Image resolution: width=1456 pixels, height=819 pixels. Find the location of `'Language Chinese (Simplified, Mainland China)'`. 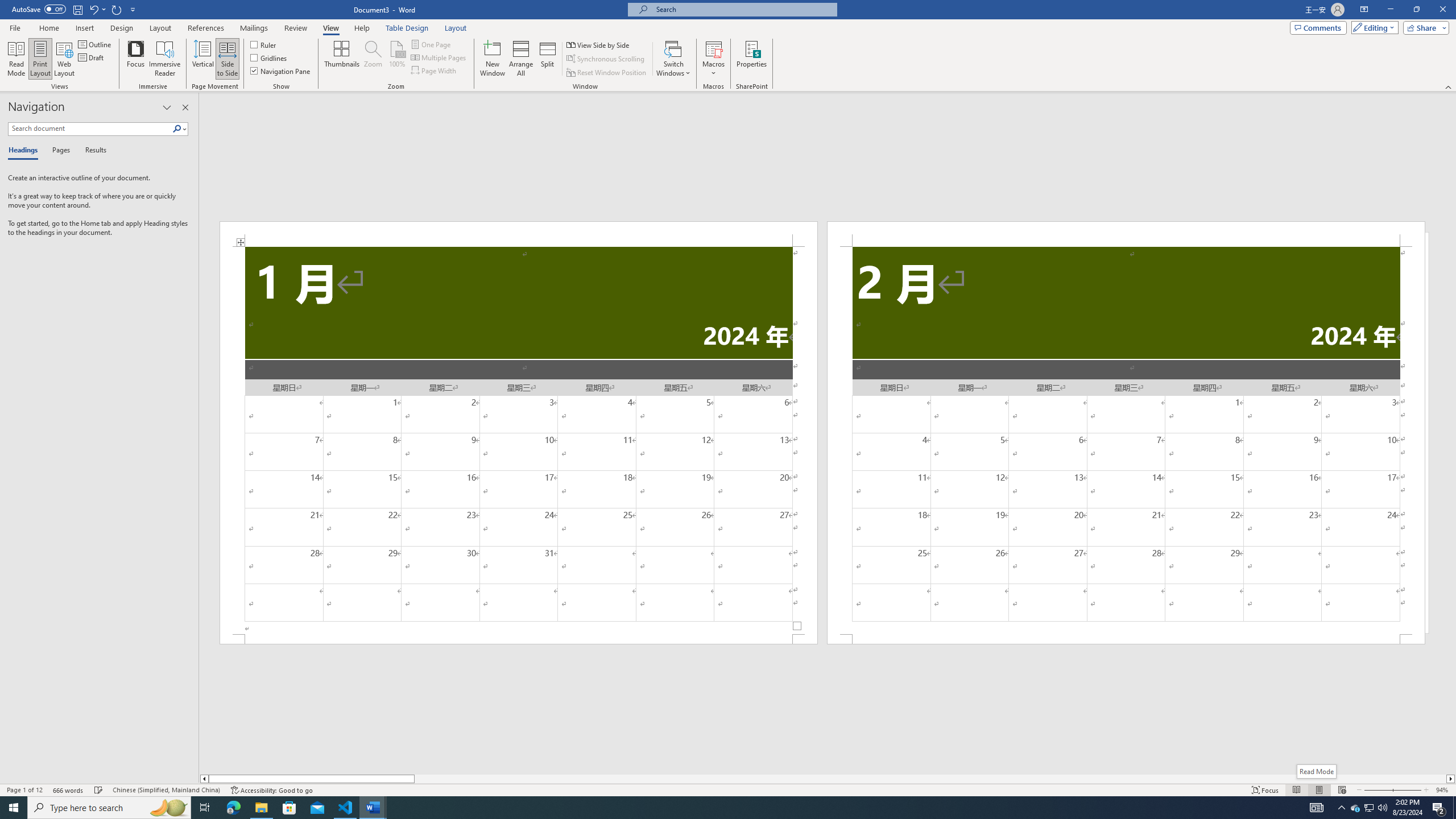

'Language Chinese (Simplified, Mainland China)' is located at coordinates (165, 790).